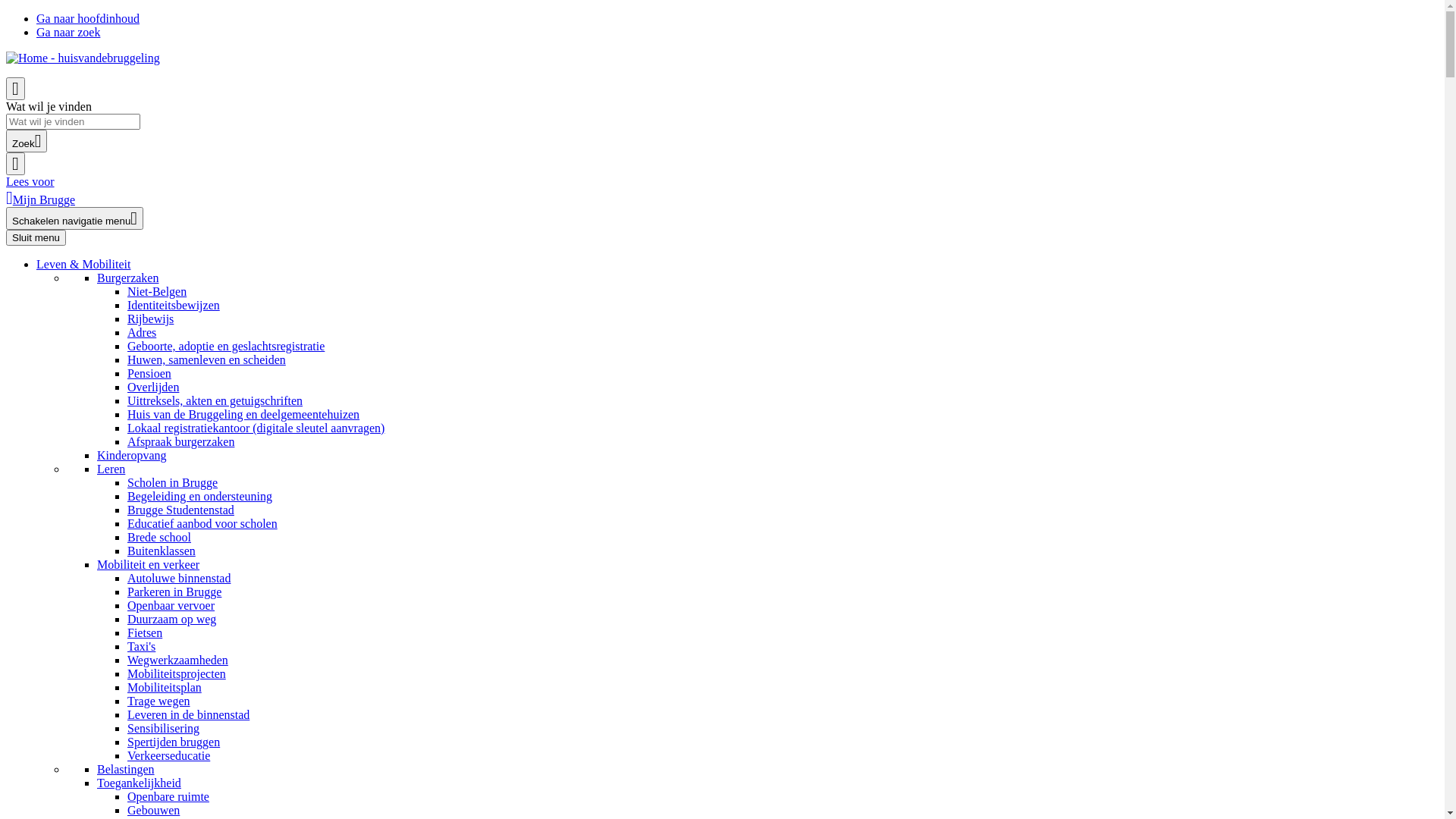 The width and height of the screenshot is (1456, 819). Describe the element at coordinates (126, 769) in the screenshot. I see `'Belastingen'` at that location.